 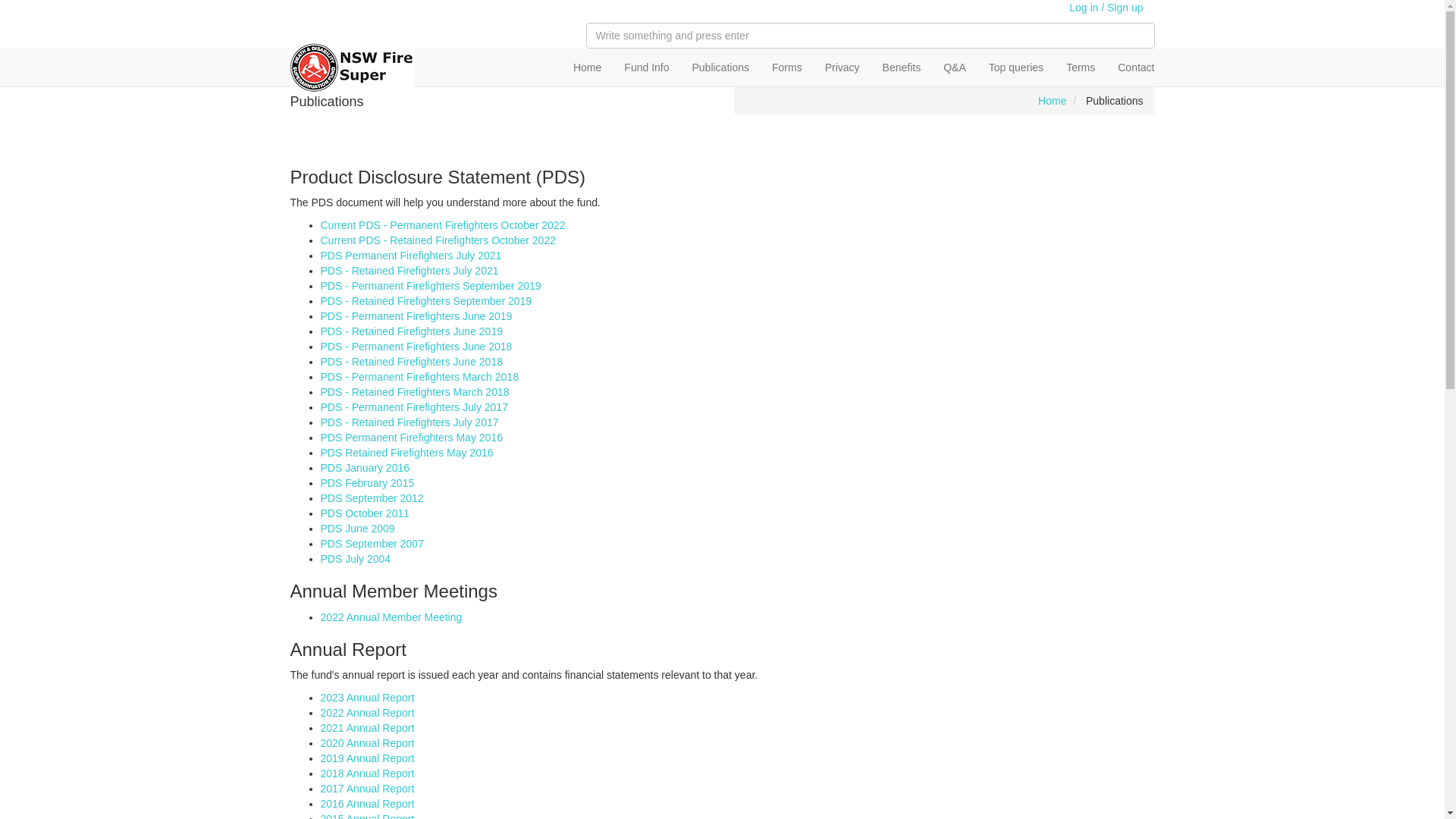 What do you see at coordinates (319, 803) in the screenshot?
I see `'2016 Annual Report'` at bounding box center [319, 803].